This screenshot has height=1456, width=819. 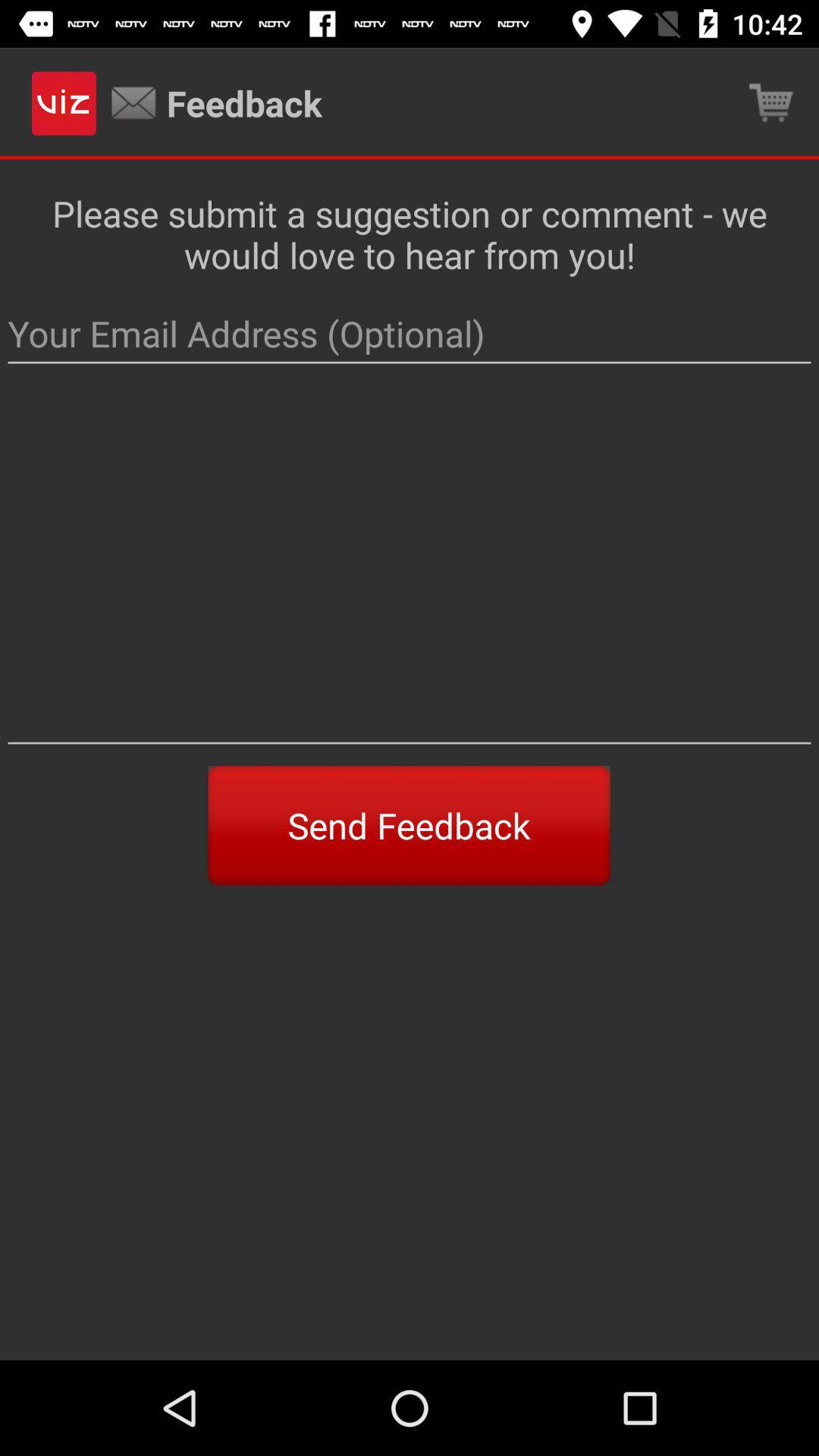 What do you see at coordinates (409, 569) in the screenshot?
I see `icon above send feedback icon` at bounding box center [409, 569].